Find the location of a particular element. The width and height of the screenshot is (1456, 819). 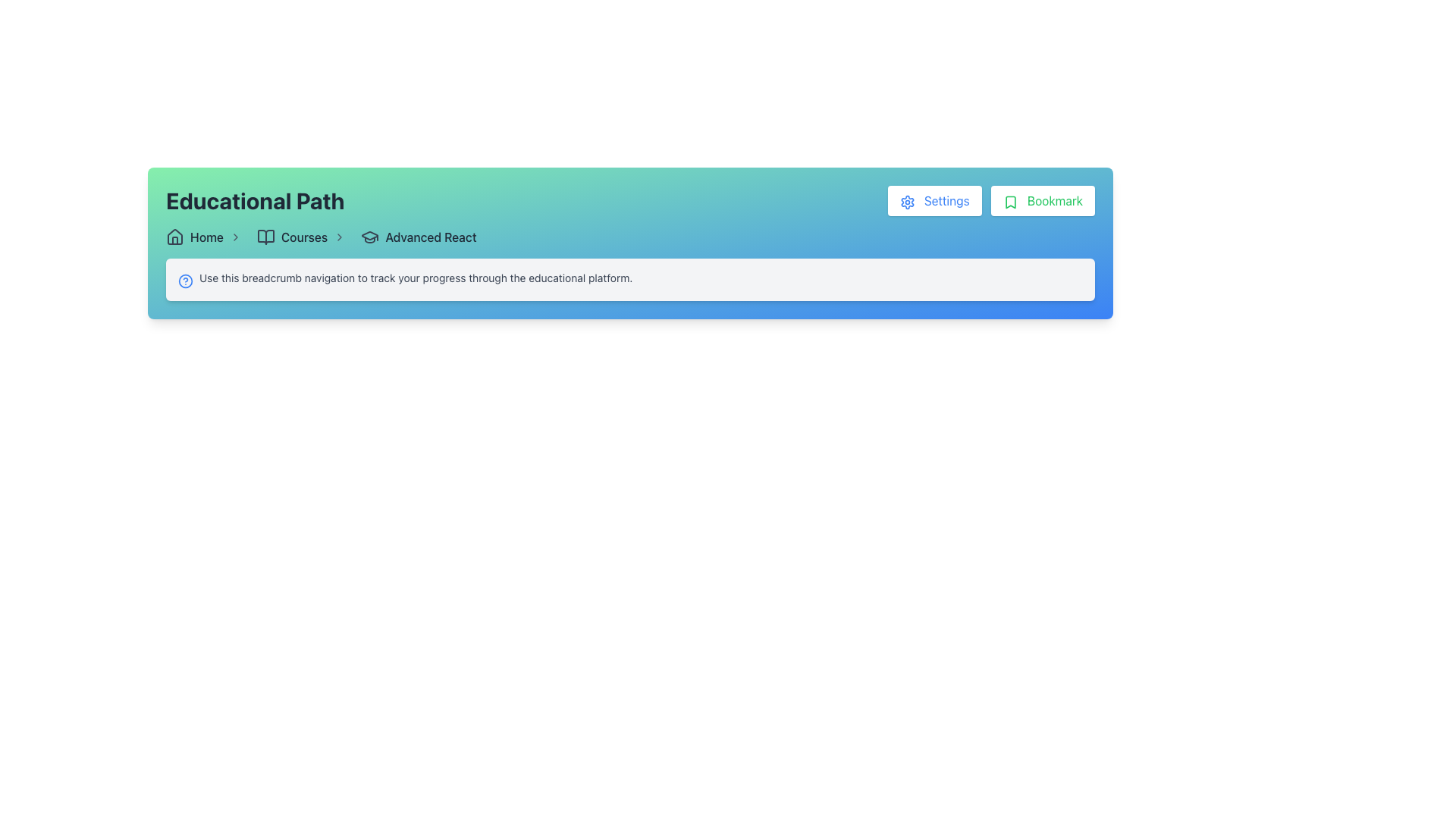

the small outlined house icon located in the breadcrumb navigation bar is located at coordinates (174, 237).